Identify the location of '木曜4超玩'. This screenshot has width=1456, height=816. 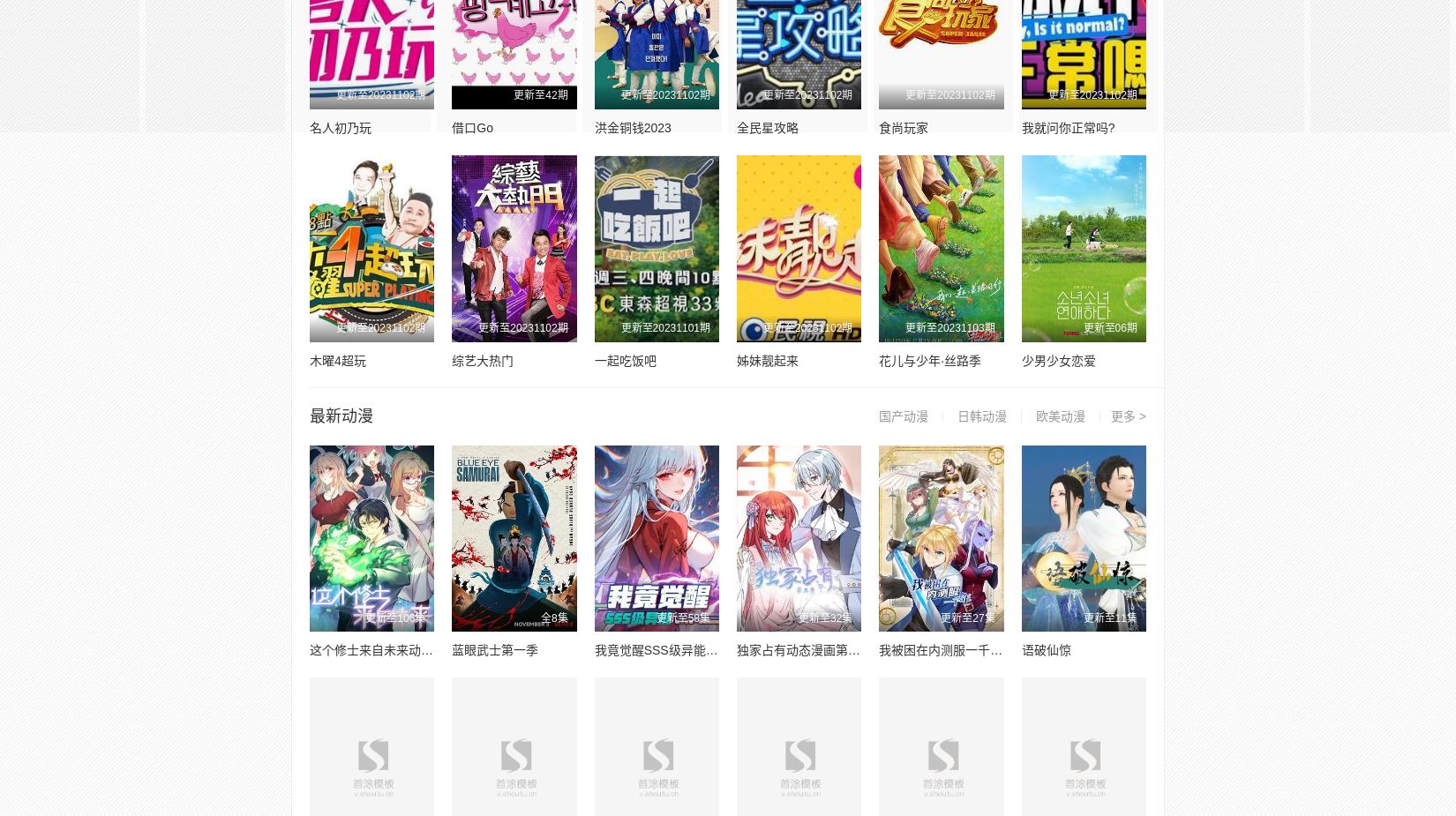
(337, 359).